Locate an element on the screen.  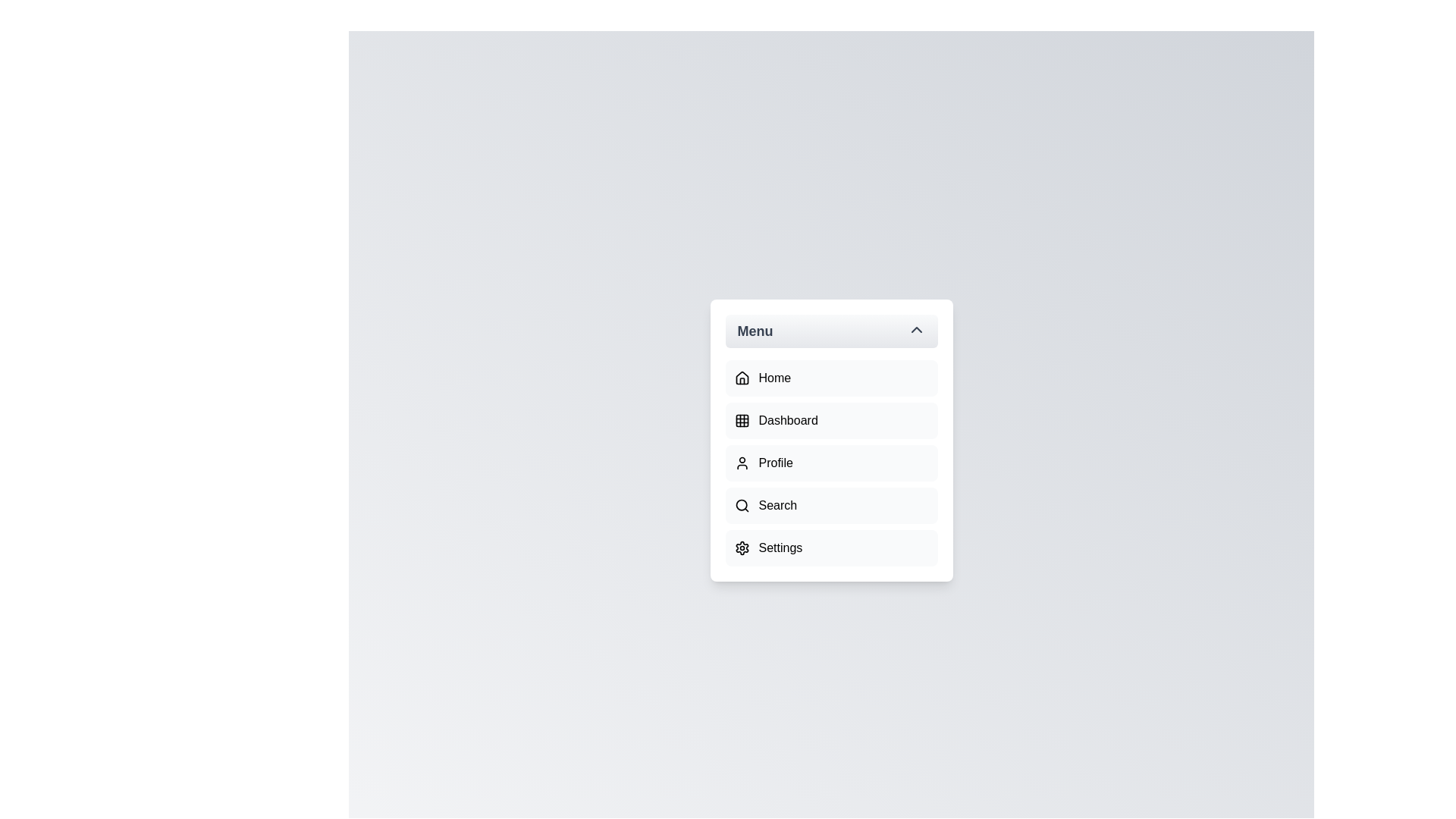
the menu item labeled Dashboard is located at coordinates (830, 421).